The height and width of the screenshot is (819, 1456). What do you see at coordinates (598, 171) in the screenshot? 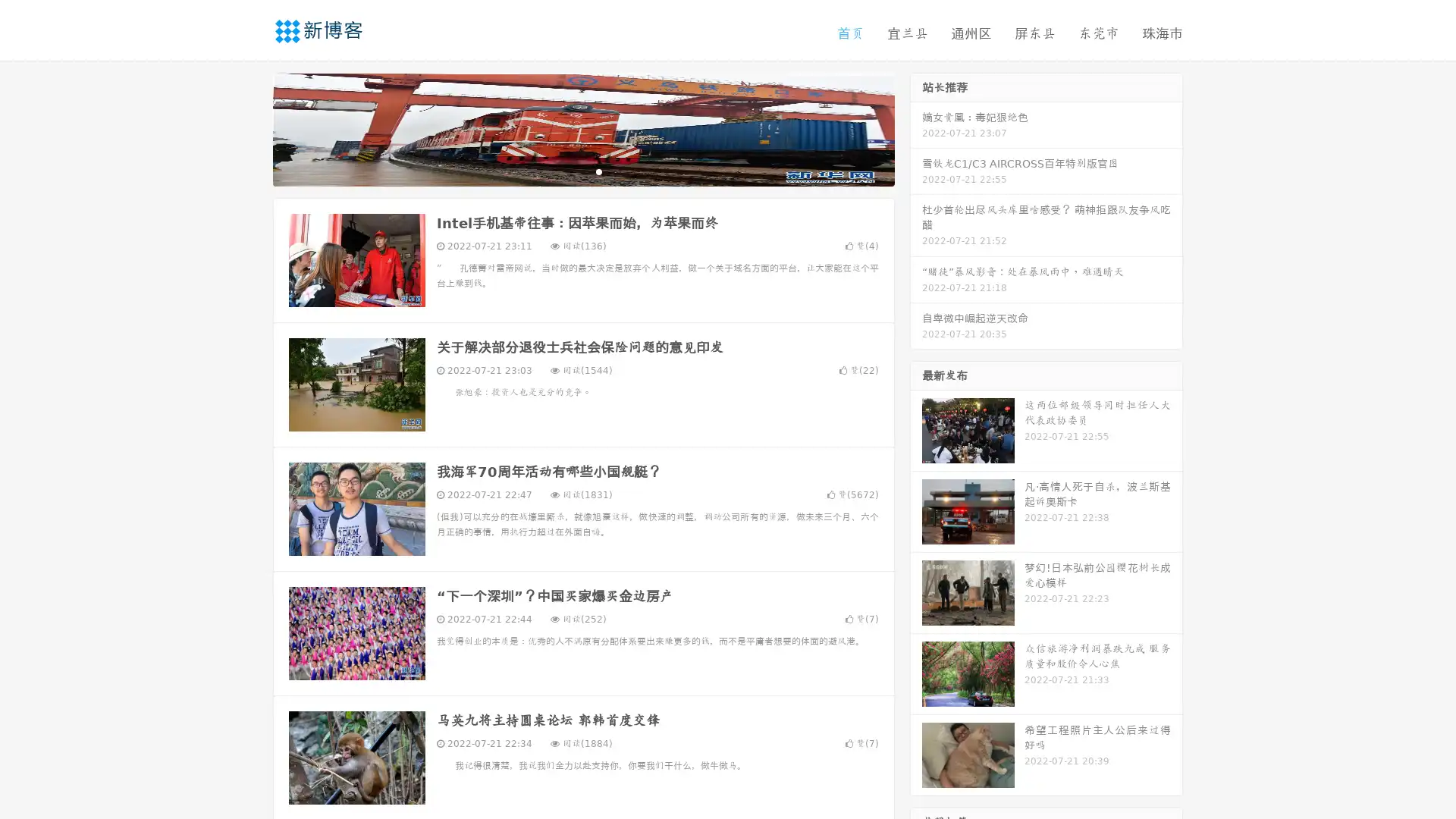
I see `Go to slide 3` at bounding box center [598, 171].